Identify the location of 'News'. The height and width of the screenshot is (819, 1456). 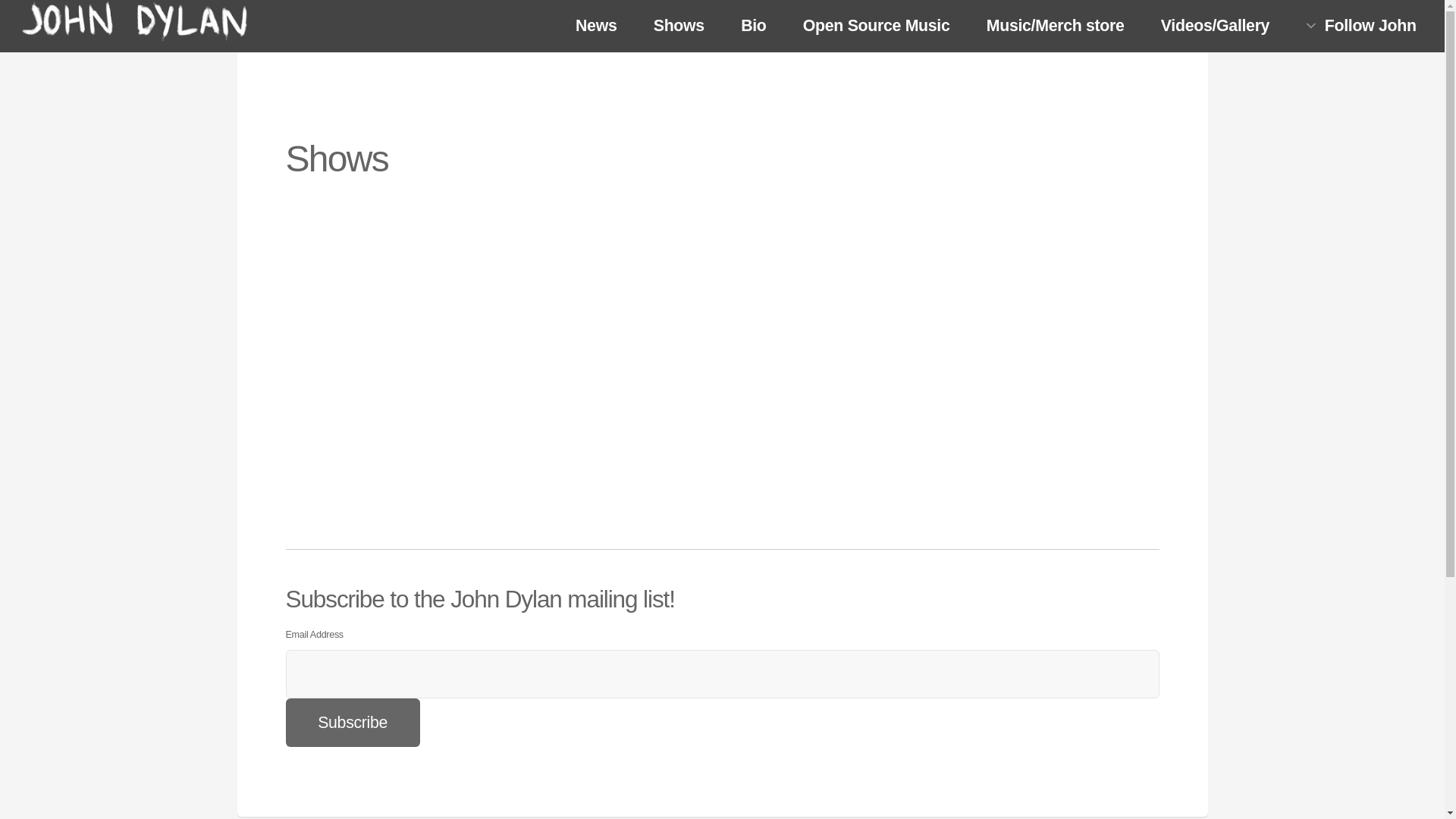
(595, 27).